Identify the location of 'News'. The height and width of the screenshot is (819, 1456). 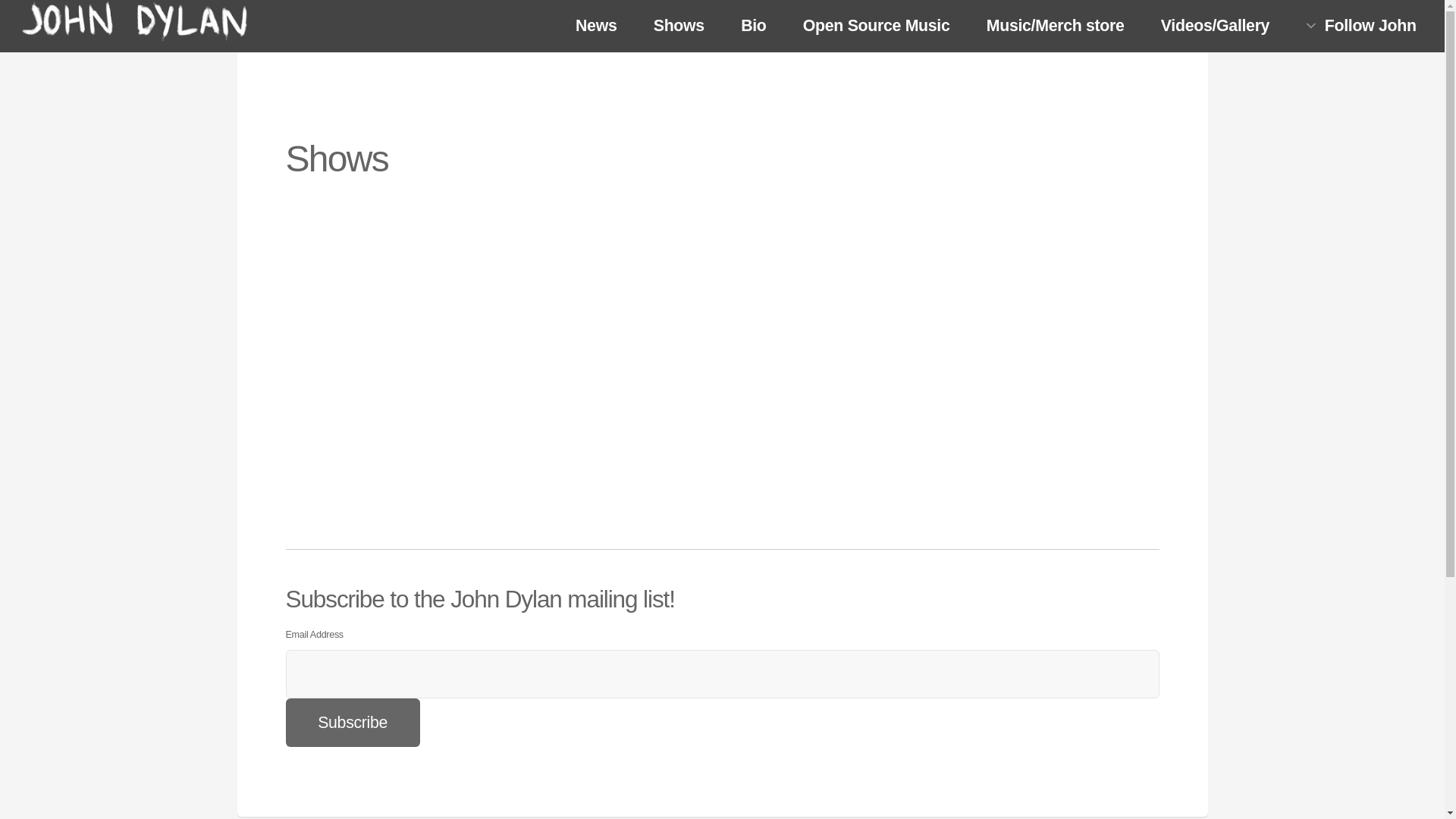
(595, 27).